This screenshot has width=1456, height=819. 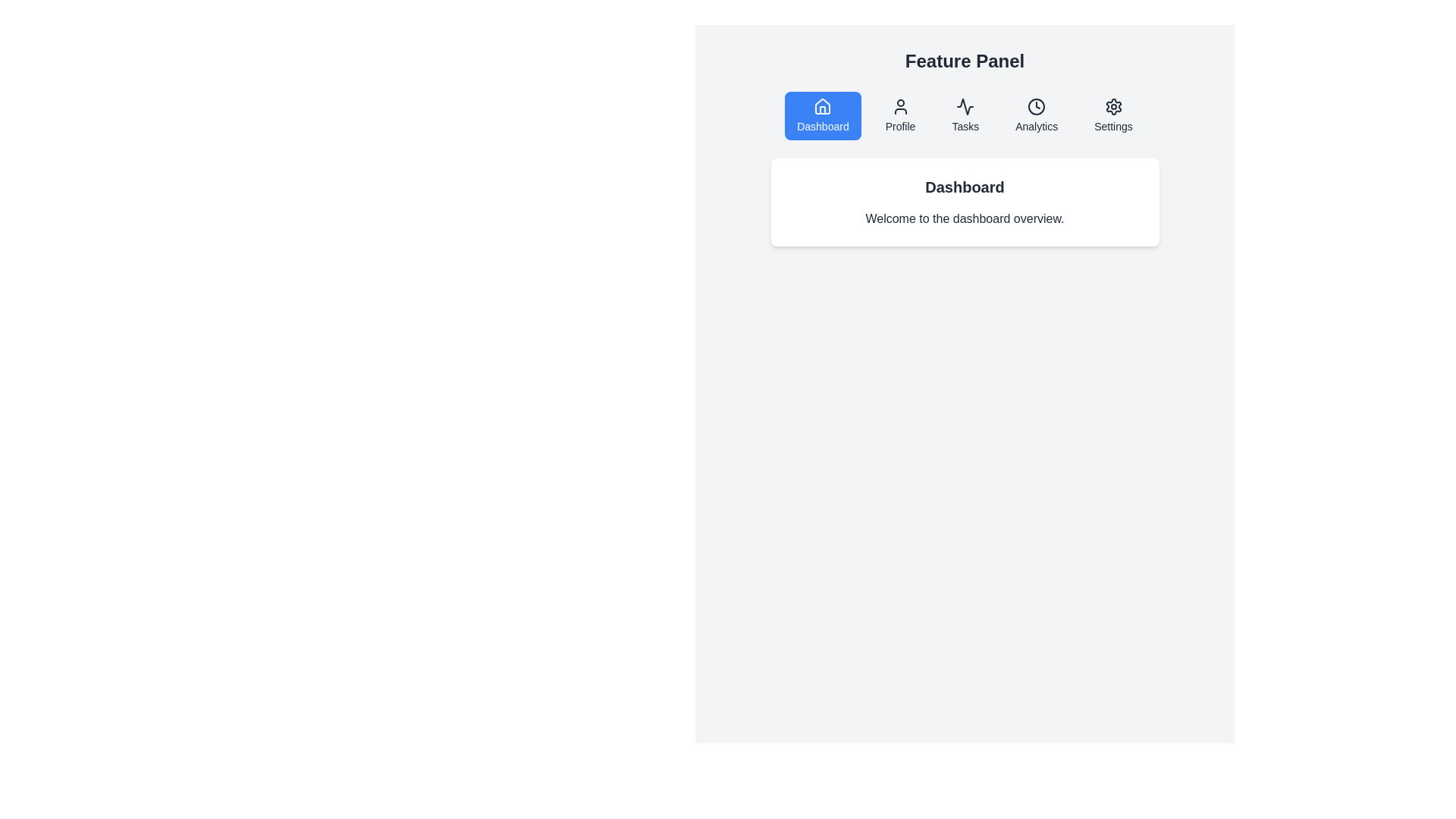 What do you see at coordinates (965, 115) in the screenshot?
I see `the 'Tasks' button, which is the third item in the horizontal navigation bar, featuring a waveform icon and the label 'Tasks'` at bounding box center [965, 115].